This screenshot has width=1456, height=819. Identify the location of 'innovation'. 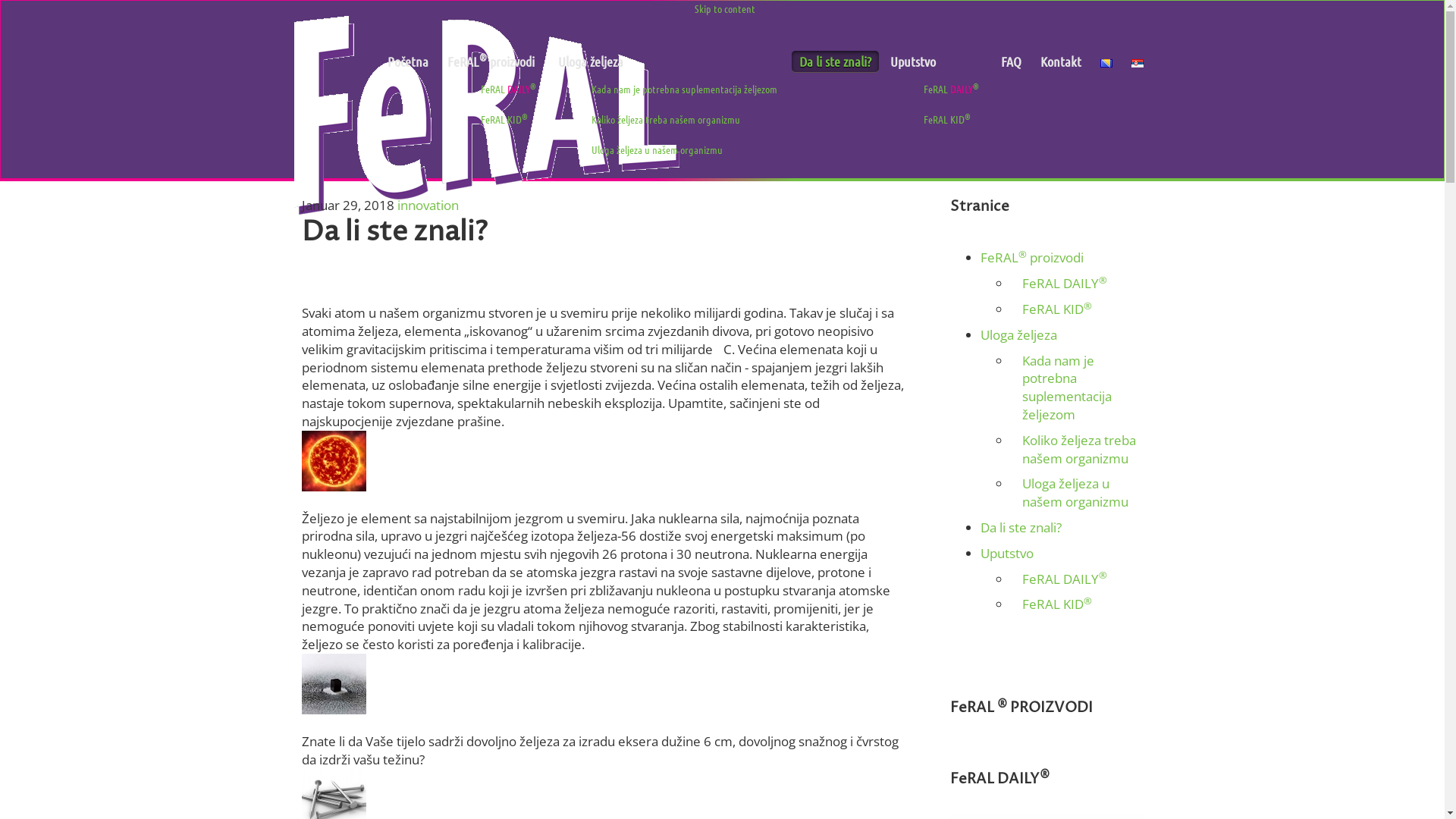
(427, 205).